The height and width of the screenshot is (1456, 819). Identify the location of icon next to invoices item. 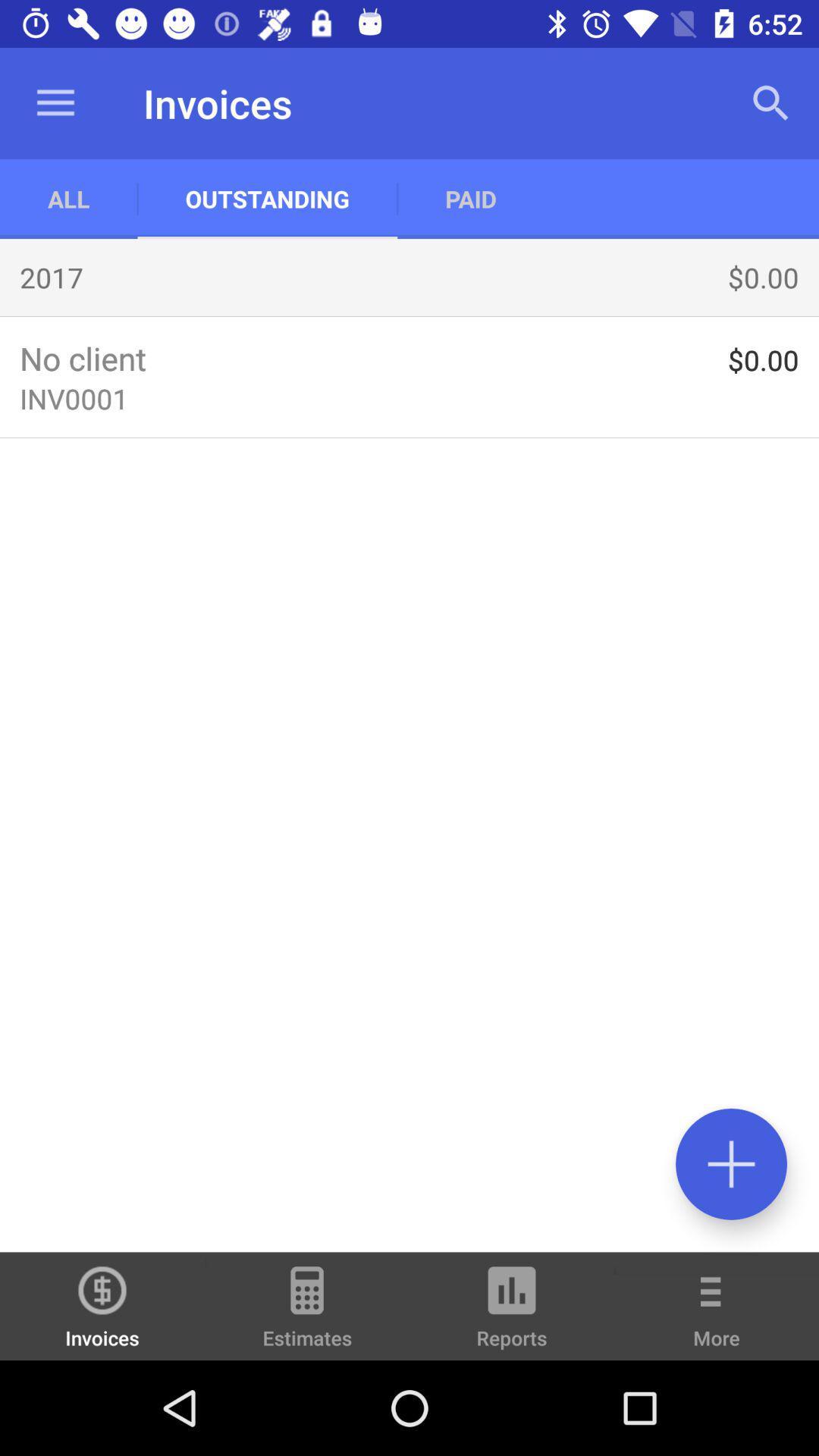
(307, 1313).